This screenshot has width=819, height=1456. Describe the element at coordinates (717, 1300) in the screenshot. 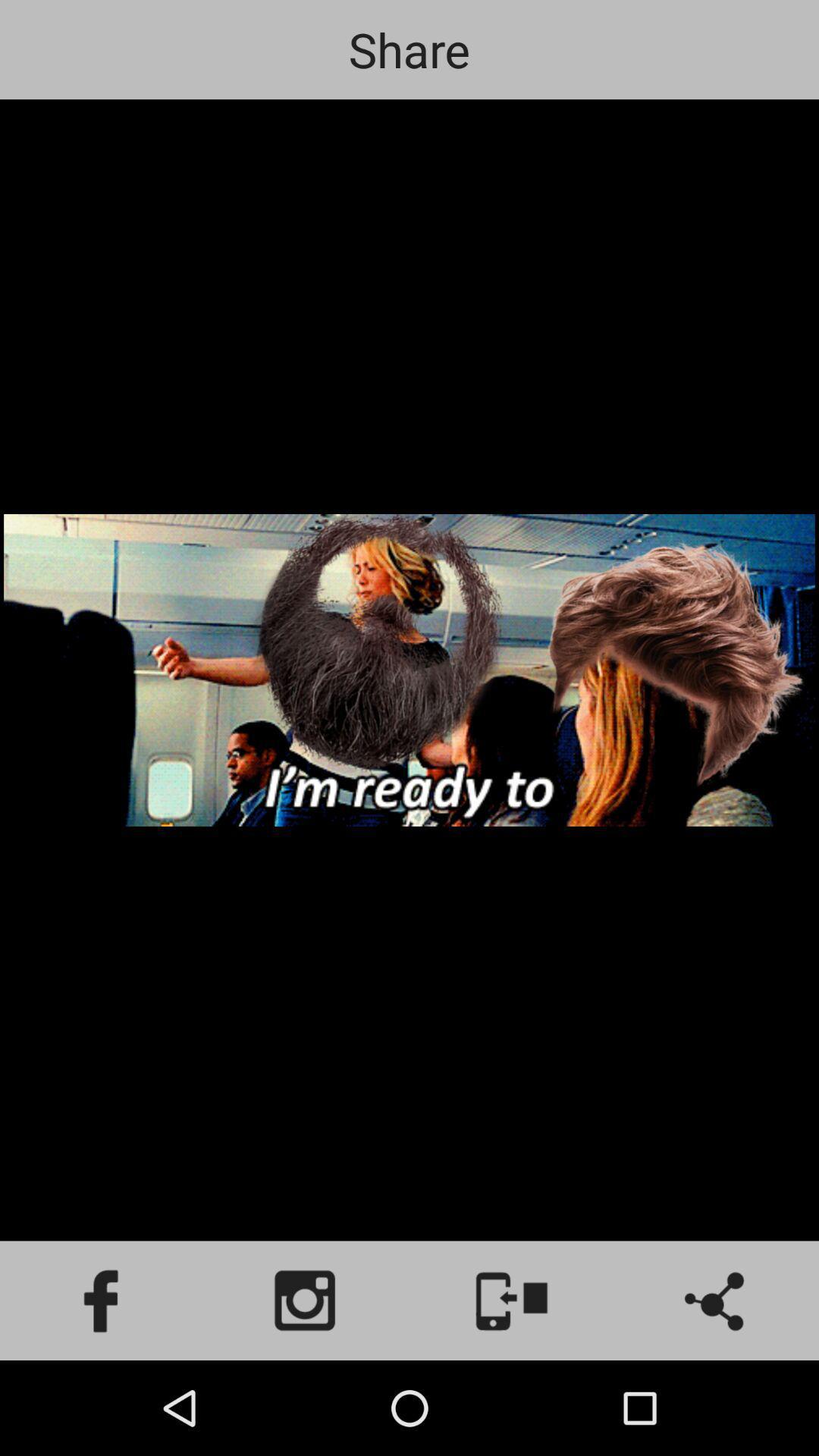

I see `the share icon` at that location.